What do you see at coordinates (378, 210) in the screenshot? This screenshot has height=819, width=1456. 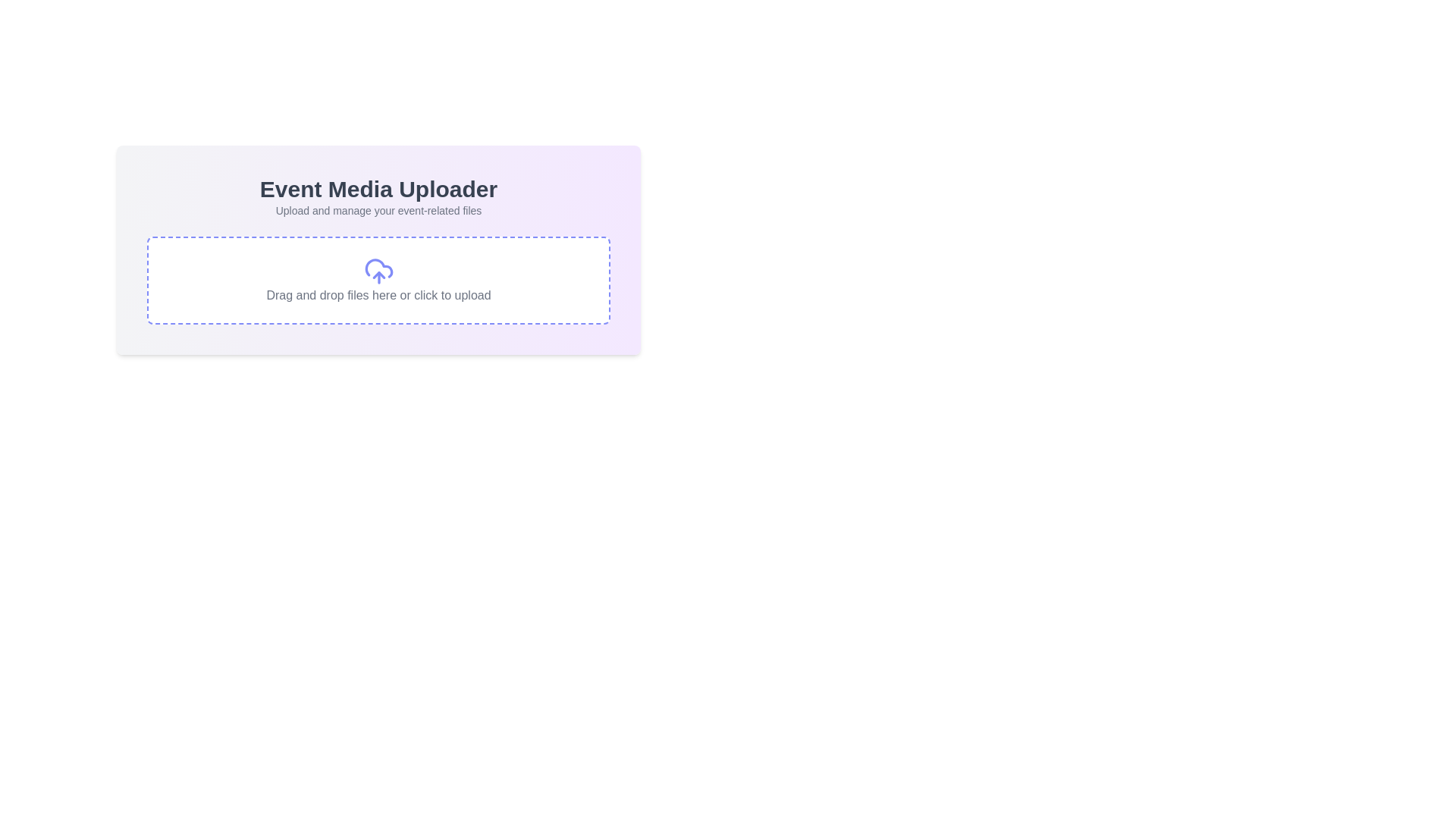 I see `the text label that provides instructions or guidance, which reads 'Upload and manage your event-related files'` at bounding box center [378, 210].